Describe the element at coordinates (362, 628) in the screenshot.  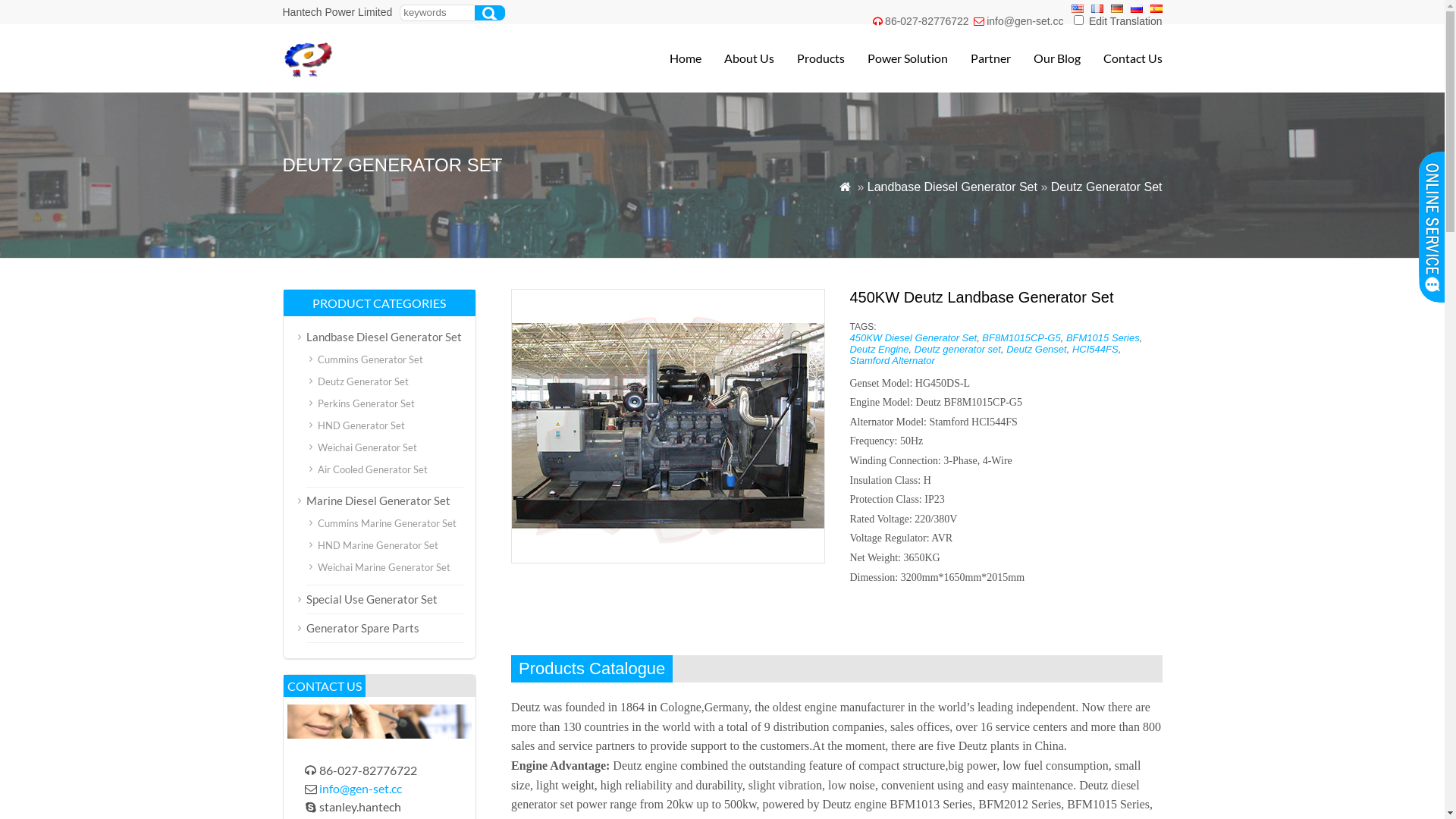
I see `'Generator Spare Parts'` at that location.